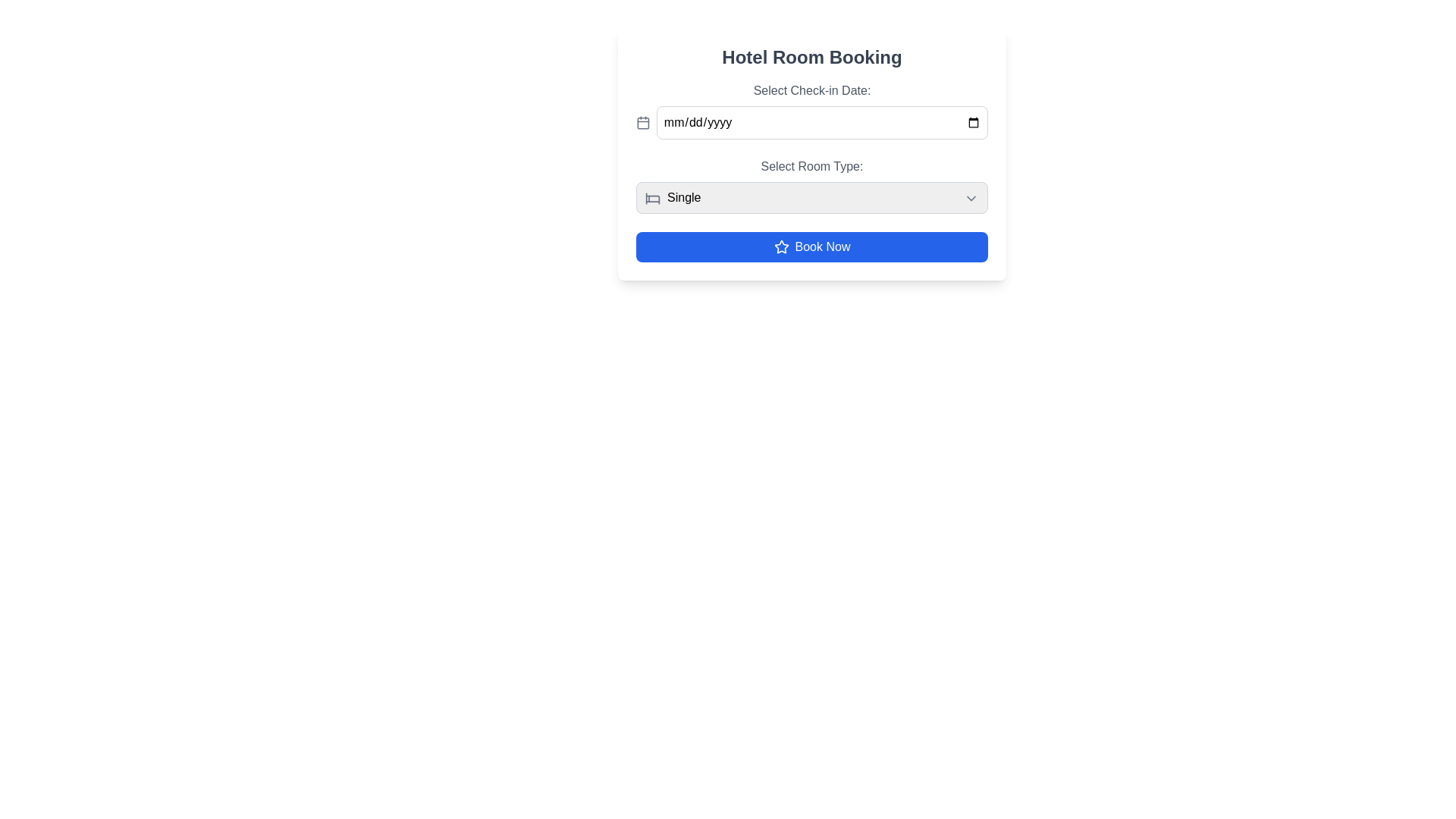 This screenshot has height=819, width=1456. What do you see at coordinates (821, 122) in the screenshot?
I see `a date using the date picker in the 'Select Check-in Date' input field, which is centrally positioned in the hotel room booking form` at bounding box center [821, 122].